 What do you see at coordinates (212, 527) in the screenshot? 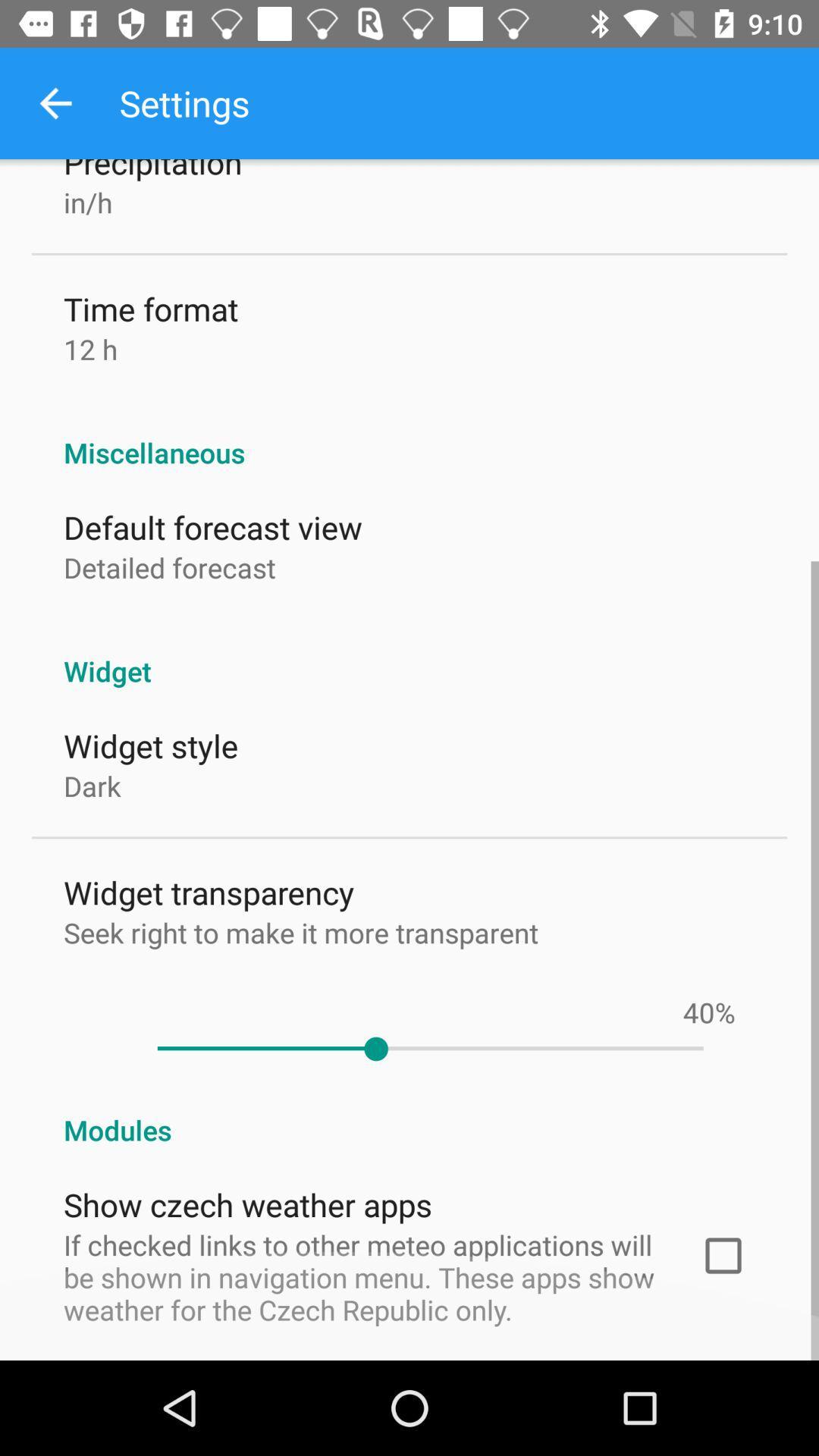
I see `item above the detailed forecast` at bounding box center [212, 527].